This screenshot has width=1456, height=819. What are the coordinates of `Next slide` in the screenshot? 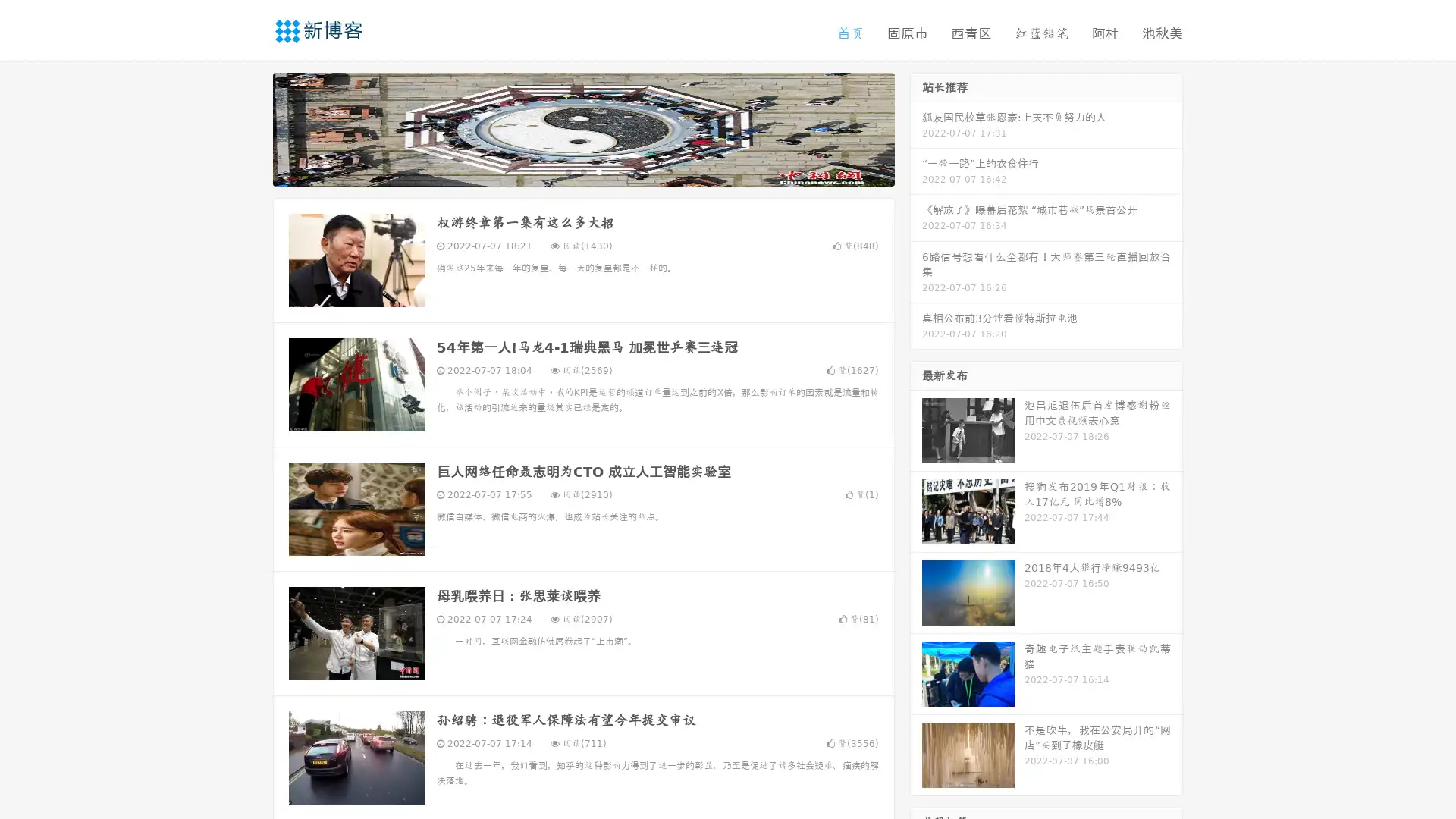 It's located at (916, 127).